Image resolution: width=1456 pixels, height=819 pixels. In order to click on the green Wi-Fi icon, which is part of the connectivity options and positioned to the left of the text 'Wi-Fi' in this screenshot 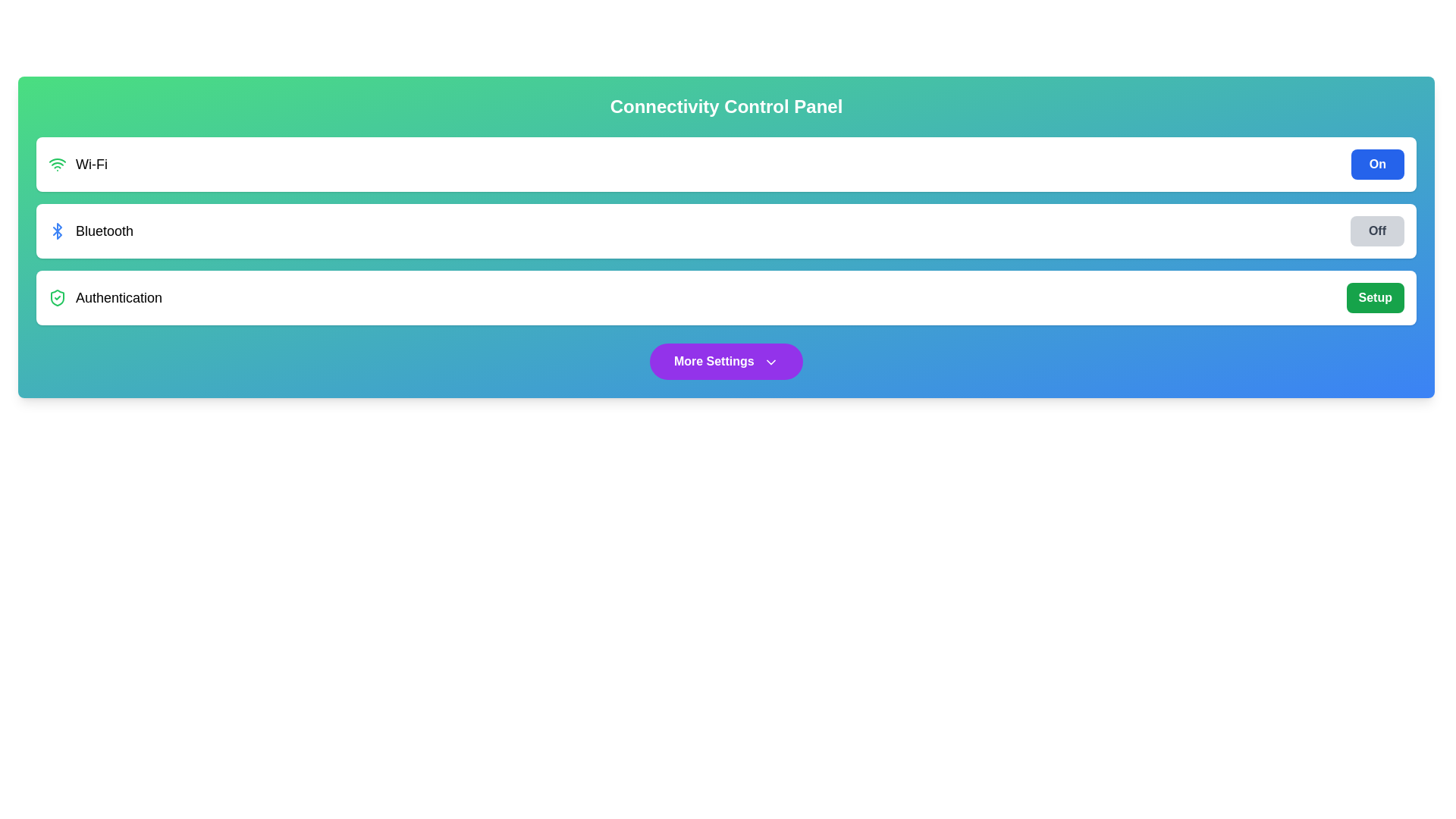, I will do `click(58, 164)`.